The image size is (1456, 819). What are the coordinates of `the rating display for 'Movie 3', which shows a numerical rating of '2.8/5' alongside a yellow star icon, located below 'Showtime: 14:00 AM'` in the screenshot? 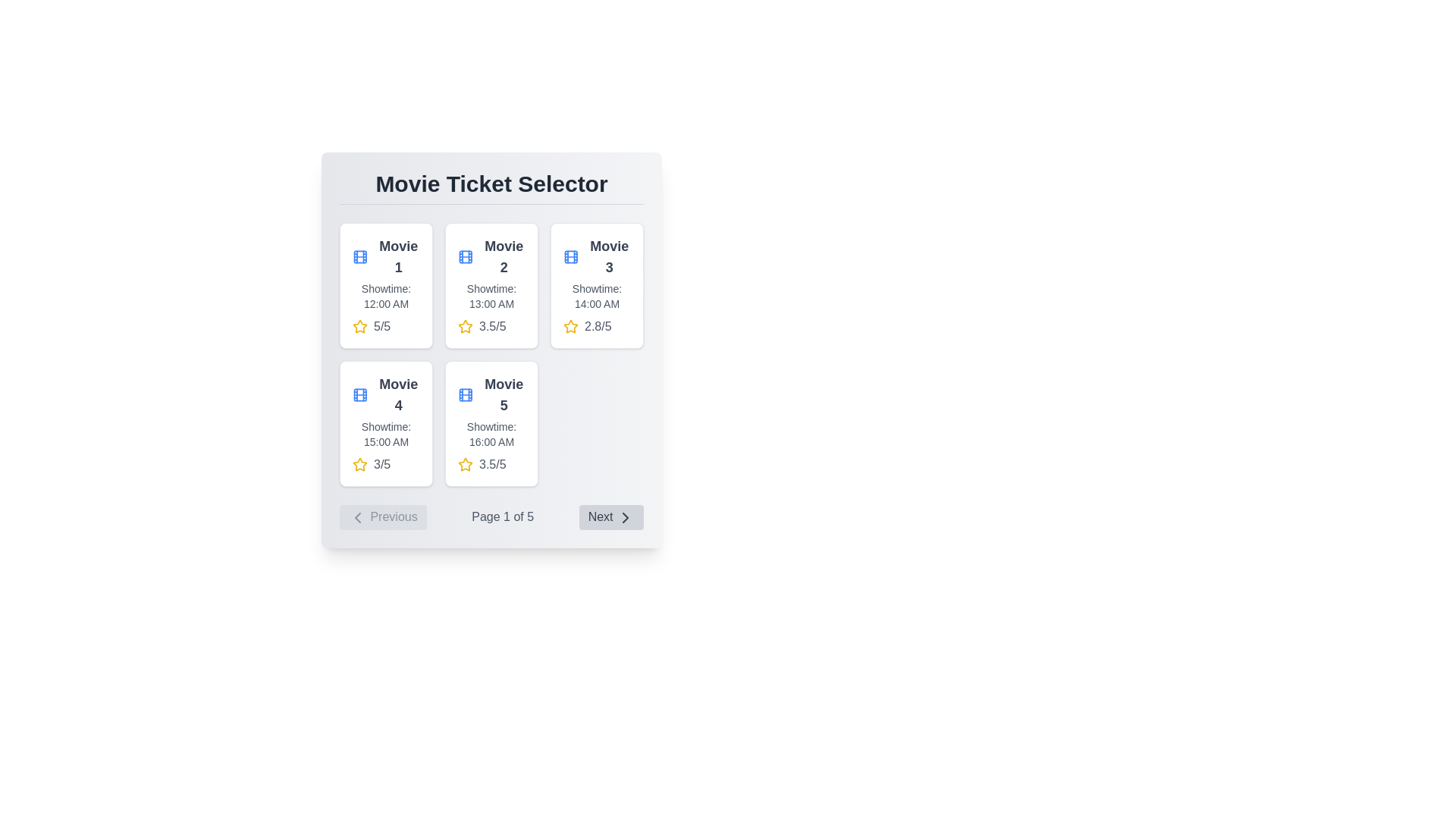 It's located at (596, 326).